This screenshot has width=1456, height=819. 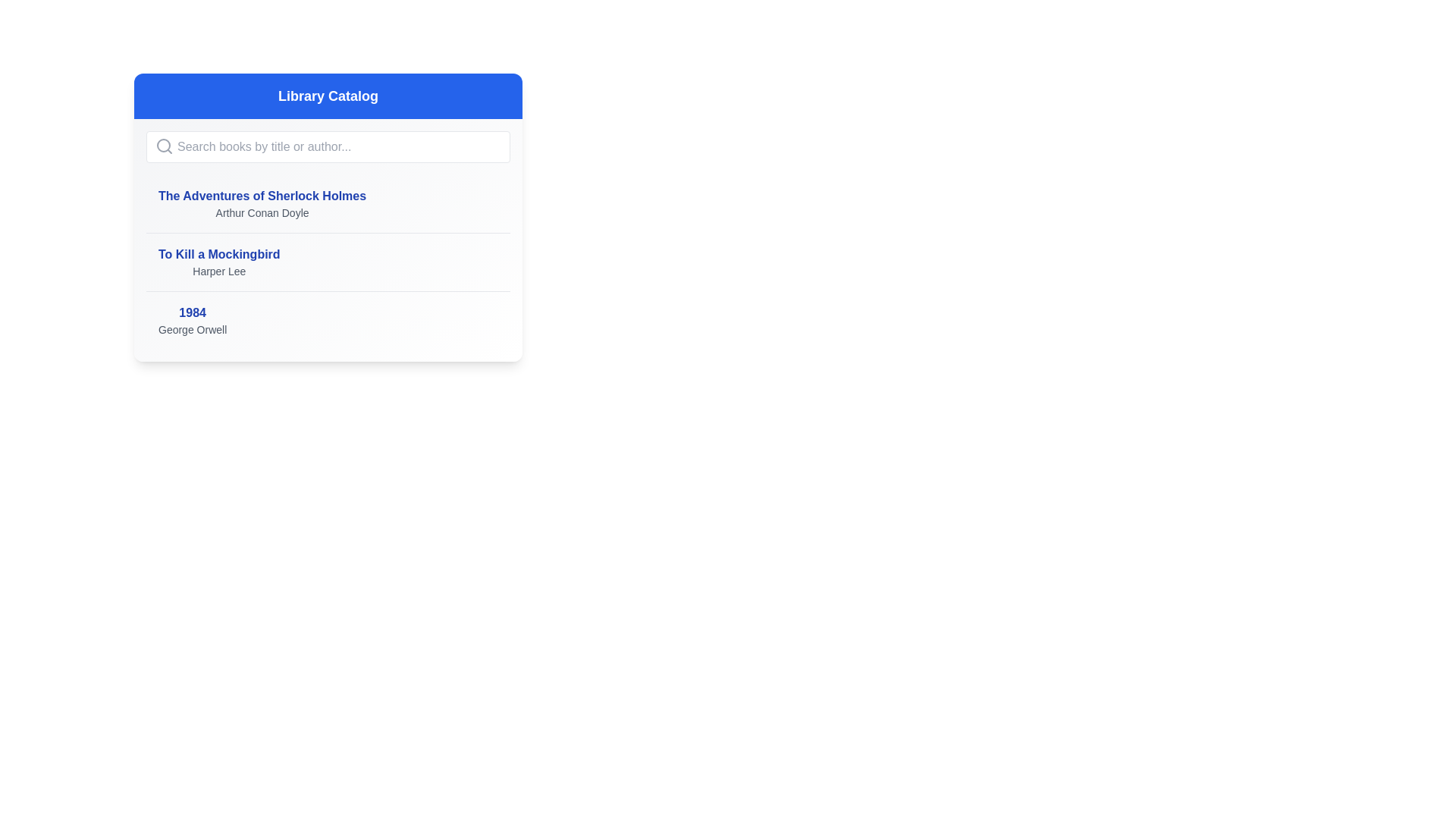 What do you see at coordinates (218, 271) in the screenshot?
I see `the text label displaying 'Harper Lee' which is styled in small gray font and positioned below the book title 'To Kill a Mockingbird' in the central part of the interface` at bounding box center [218, 271].